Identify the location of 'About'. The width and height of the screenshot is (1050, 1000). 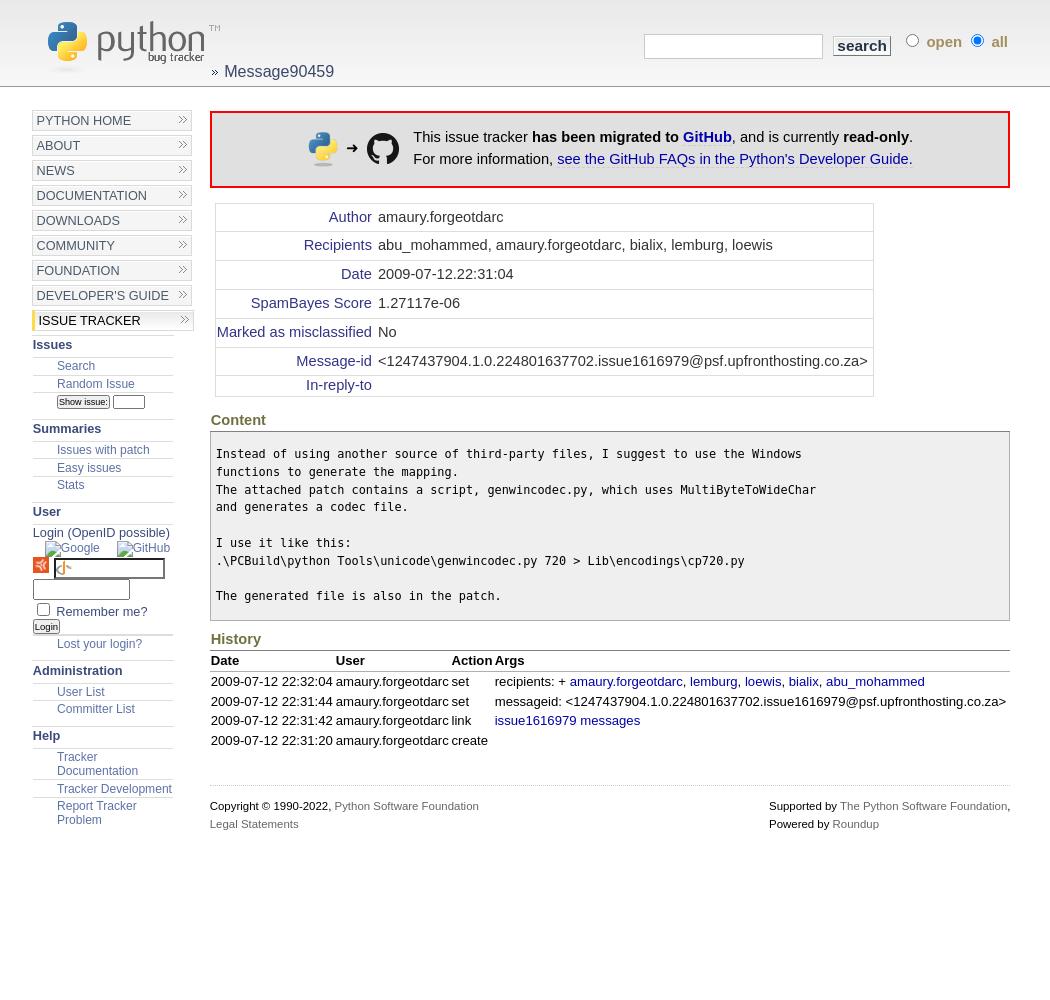
(56, 145).